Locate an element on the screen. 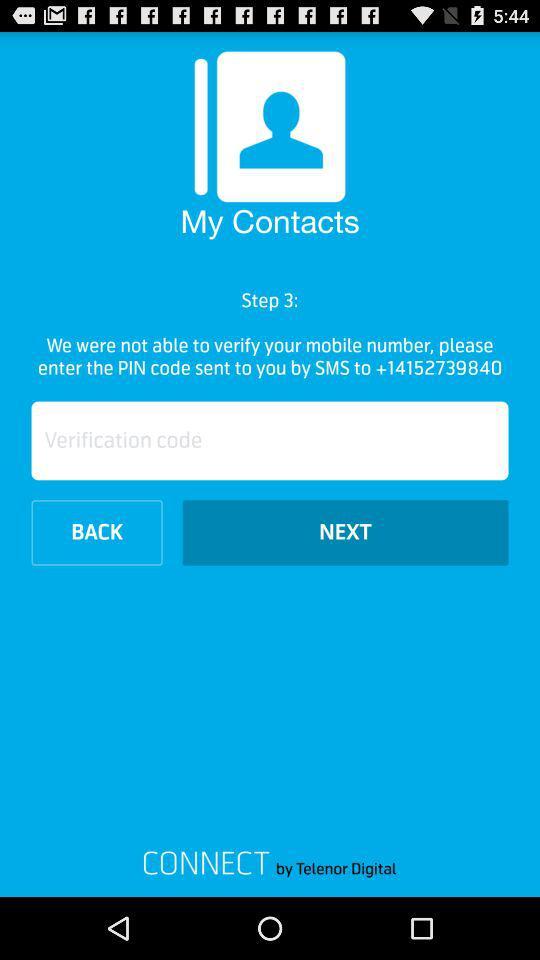 This screenshot has width=540, height=960. back item is located at coordinates (96, 531).